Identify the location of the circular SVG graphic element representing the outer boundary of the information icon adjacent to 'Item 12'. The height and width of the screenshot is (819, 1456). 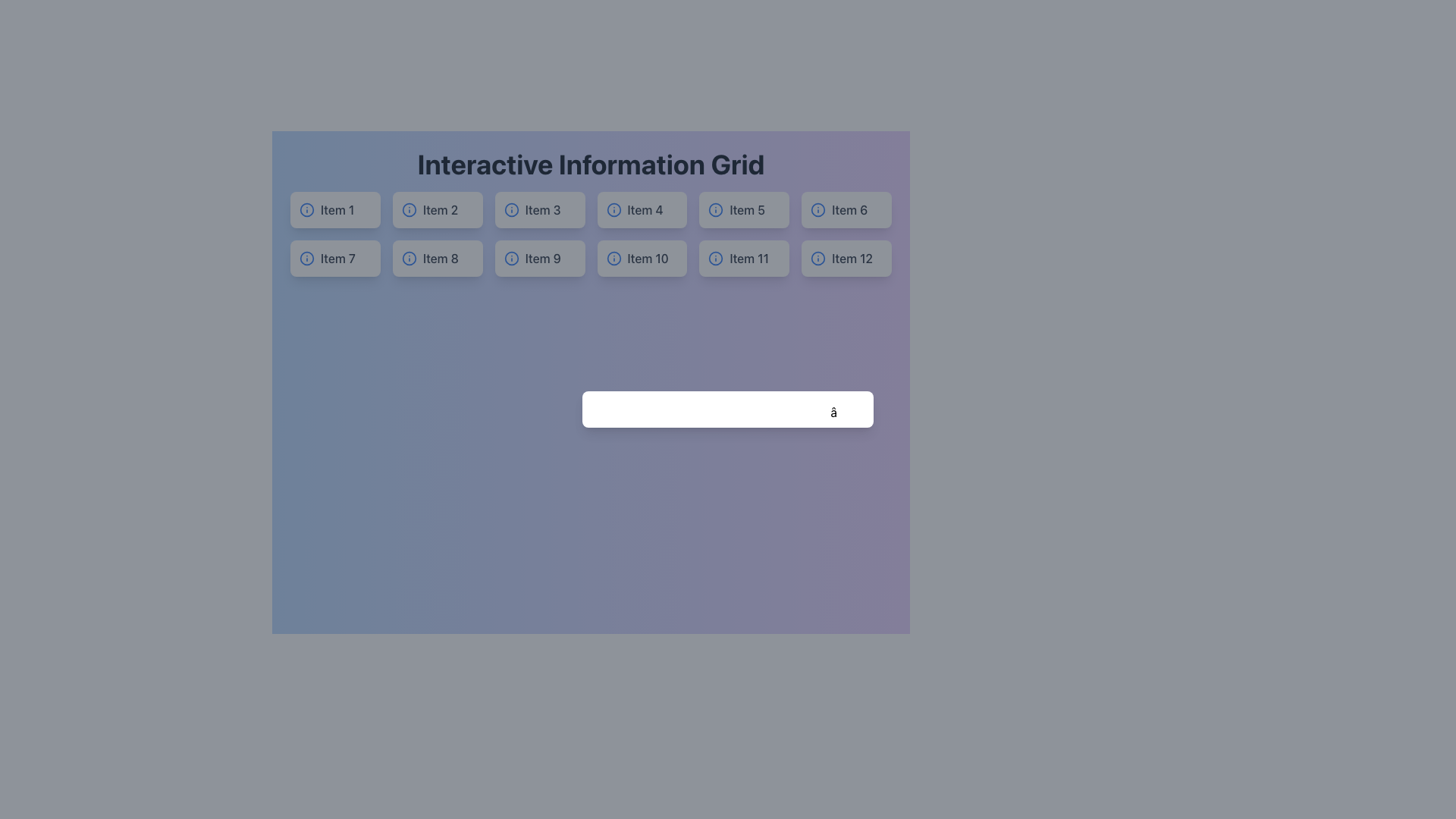
(817, 257).